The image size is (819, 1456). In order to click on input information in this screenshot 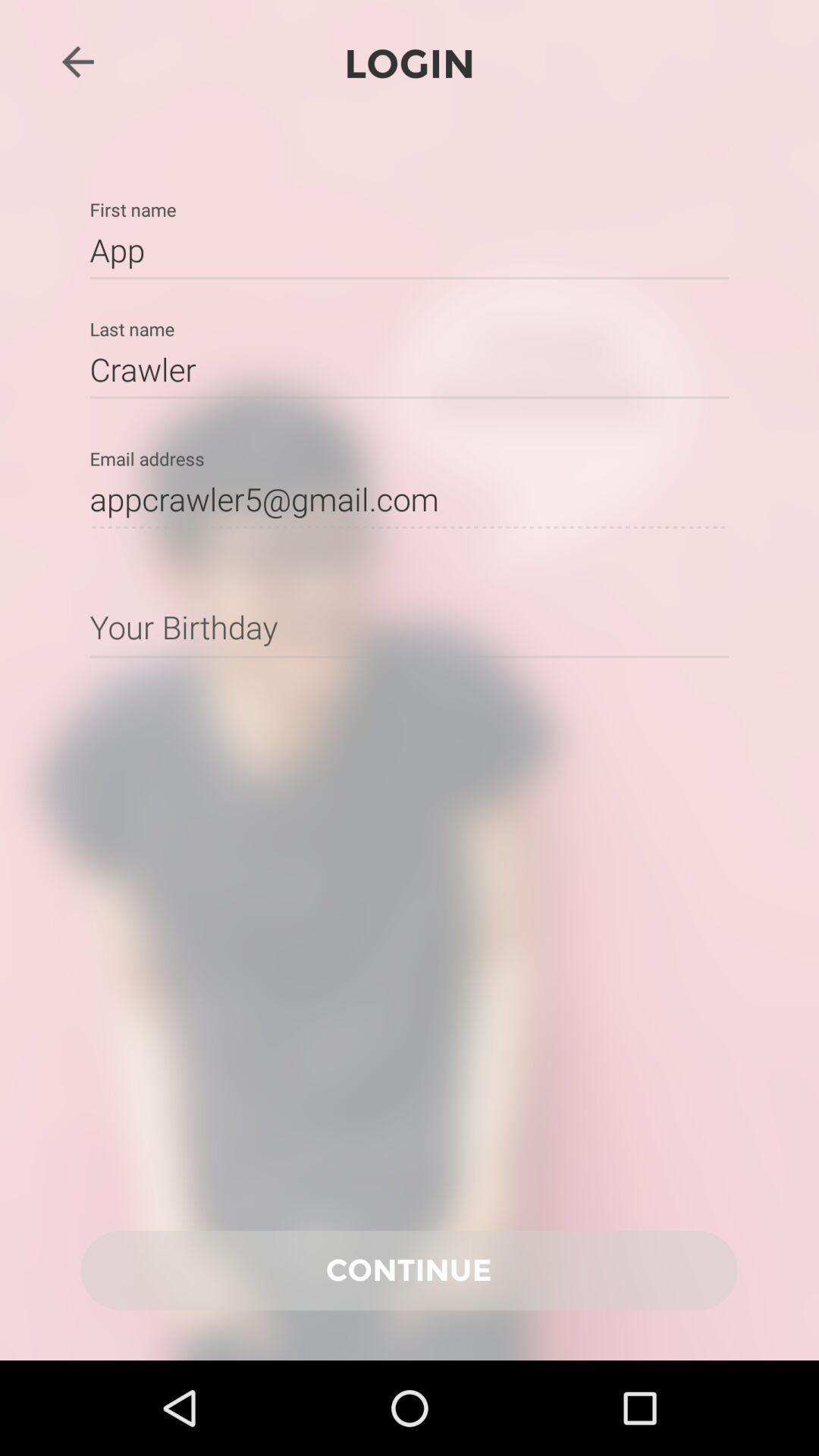, I will do `click(409, 626)`.